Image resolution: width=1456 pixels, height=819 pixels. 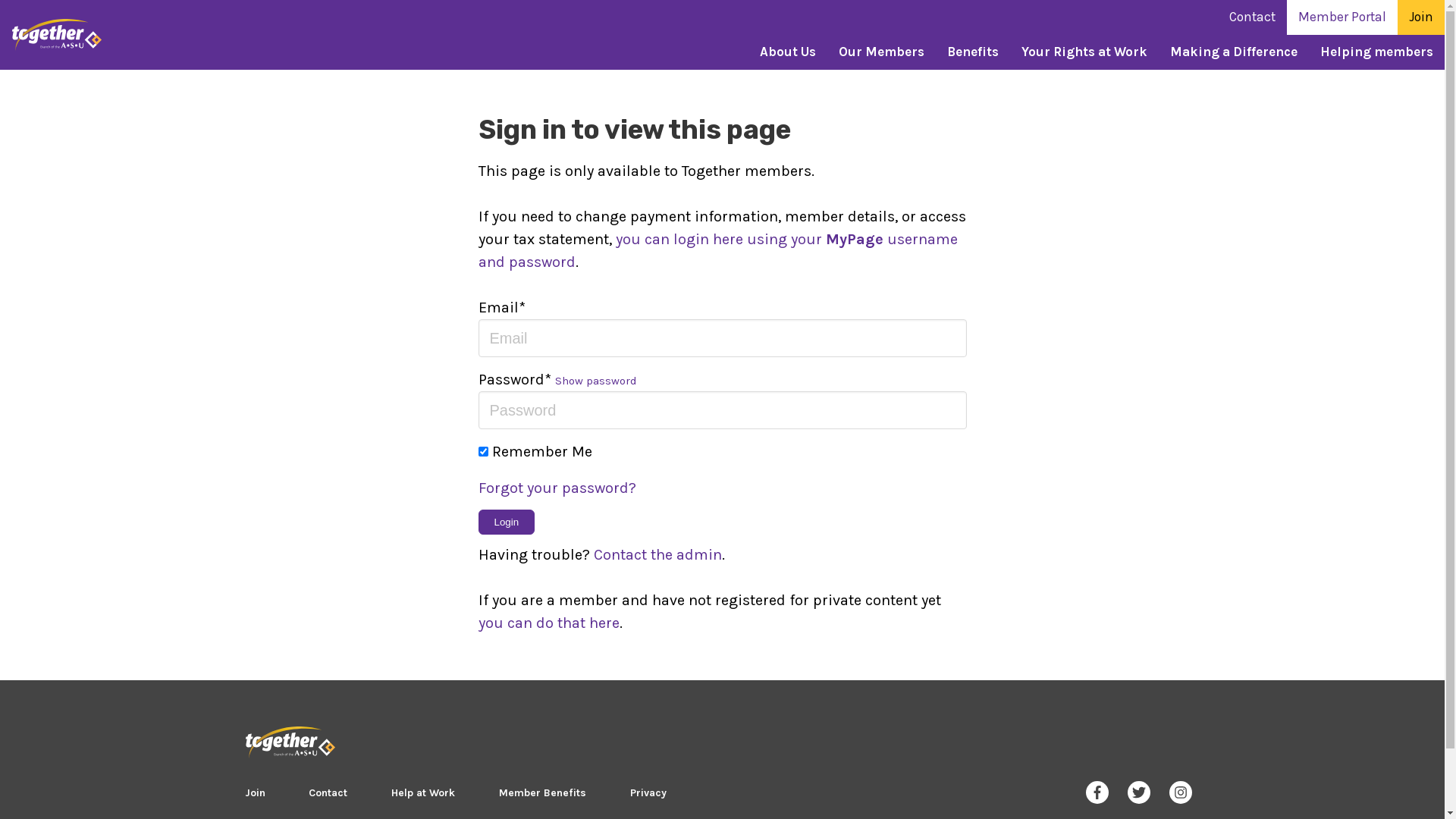 I want to click on 'Making a Difference', so click(x=1234, y=52).